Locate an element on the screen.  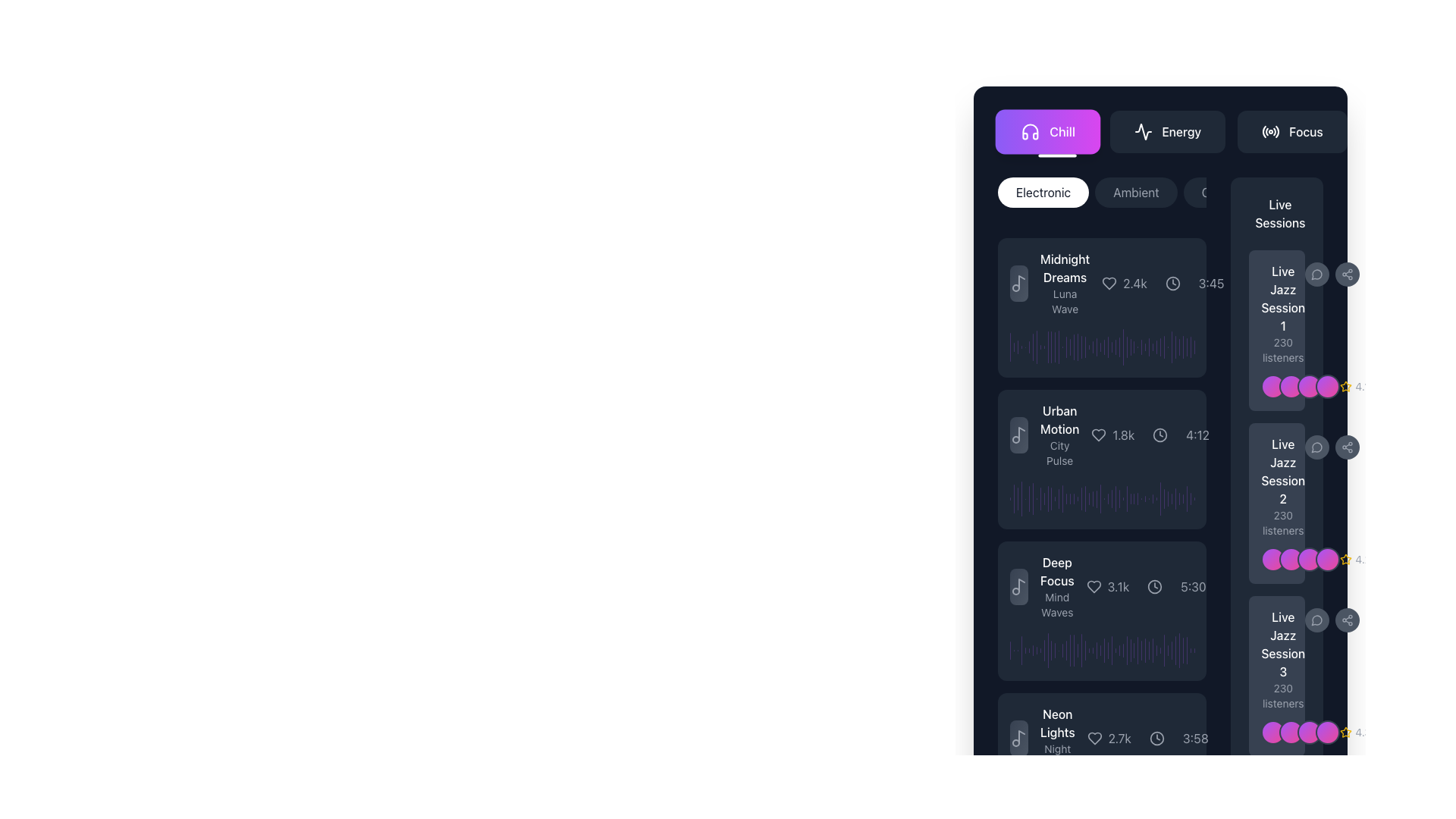
the third decorative circular badge, which features a gradient from purple to pink and is surrounded by a gray border, located in a horizontal line of four similar components next to the text 'Live Jazz Session 1' is located at coordinates (1309, 385).